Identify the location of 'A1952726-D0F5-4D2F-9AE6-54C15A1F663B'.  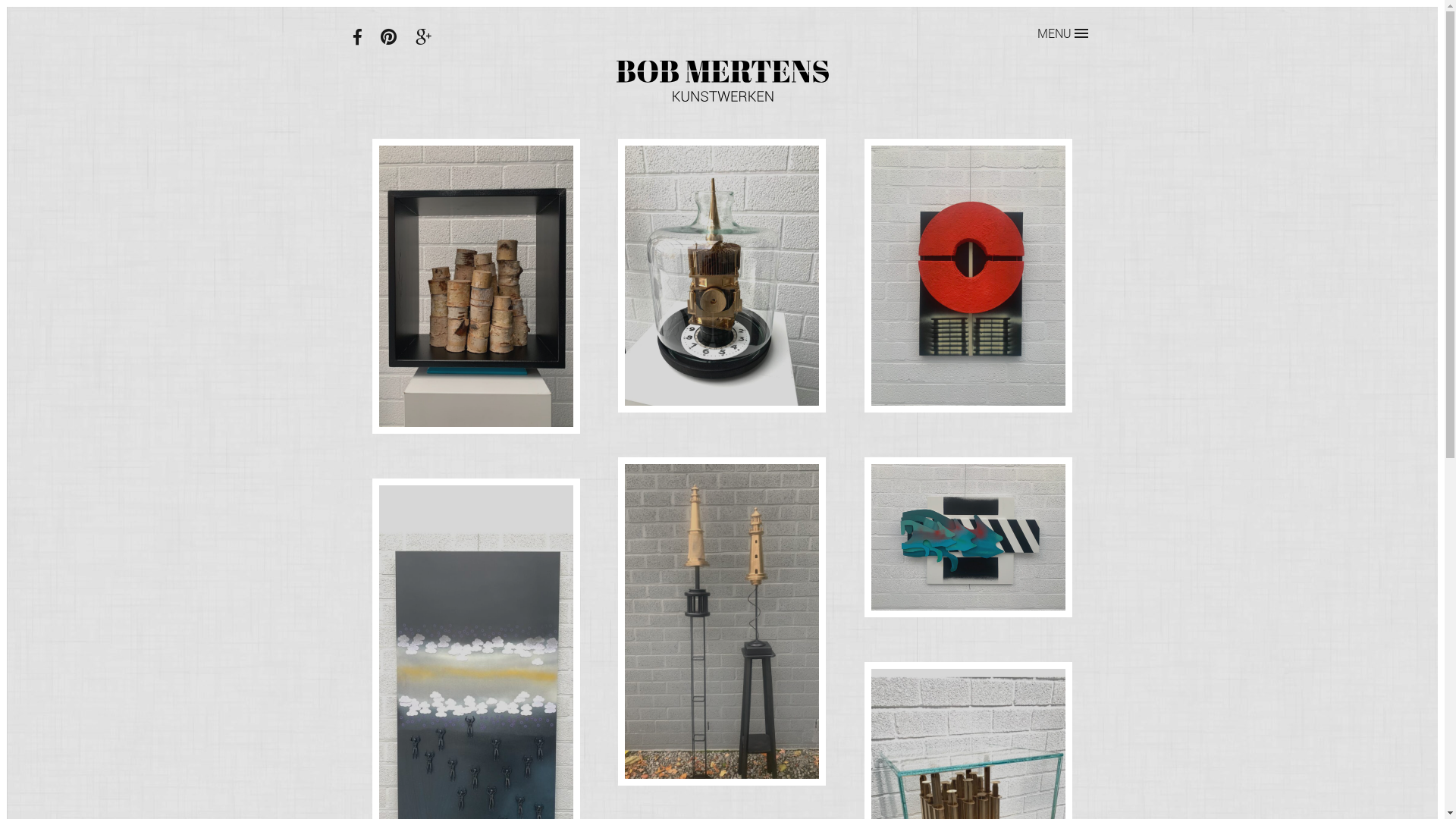
(378, 286).